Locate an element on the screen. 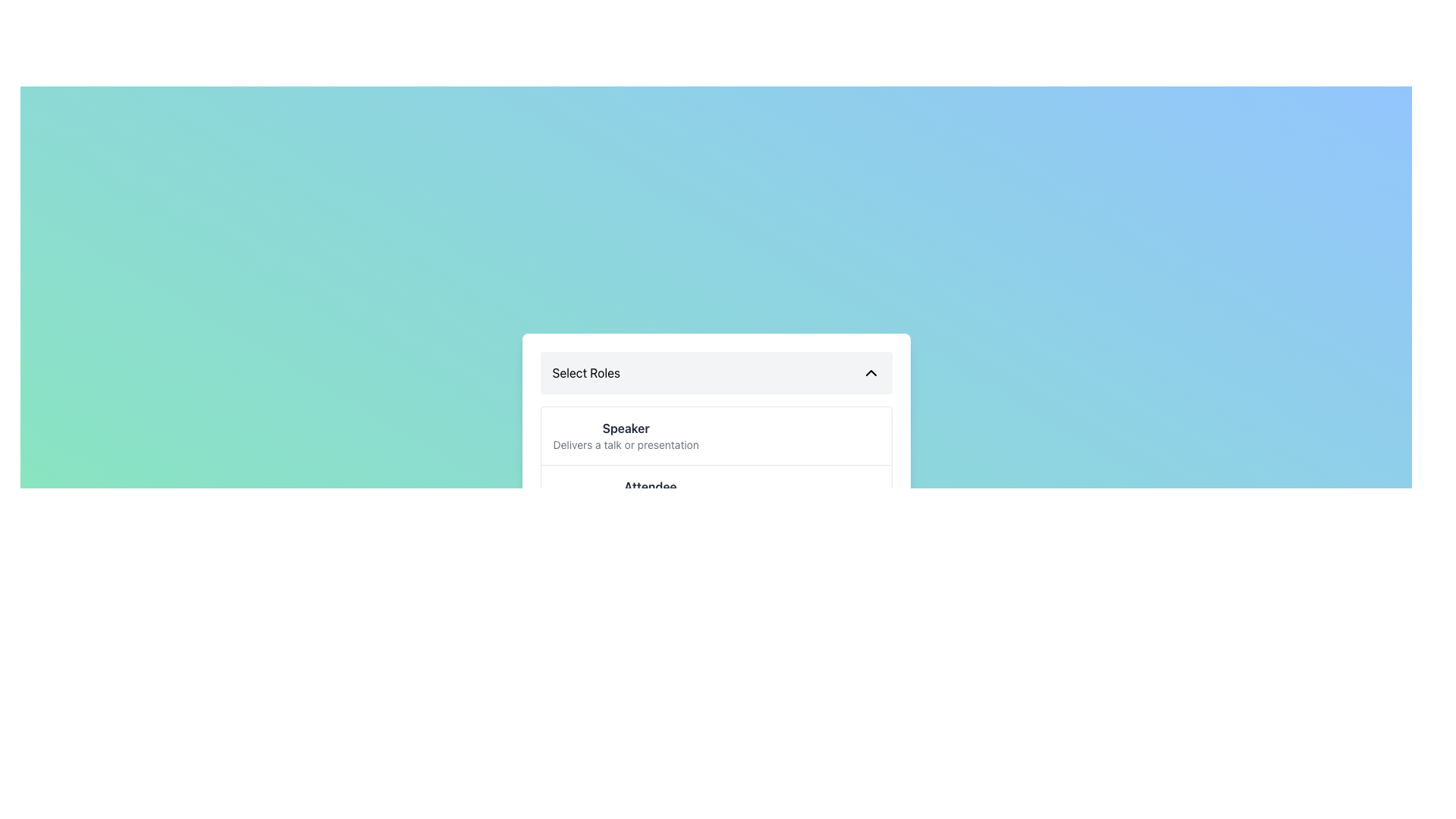 This screenshot has width=1456, height=819. the first list item in the 'Select Roles' section that provides information about the 'Speaker' role is located at coordinates (715, 435).